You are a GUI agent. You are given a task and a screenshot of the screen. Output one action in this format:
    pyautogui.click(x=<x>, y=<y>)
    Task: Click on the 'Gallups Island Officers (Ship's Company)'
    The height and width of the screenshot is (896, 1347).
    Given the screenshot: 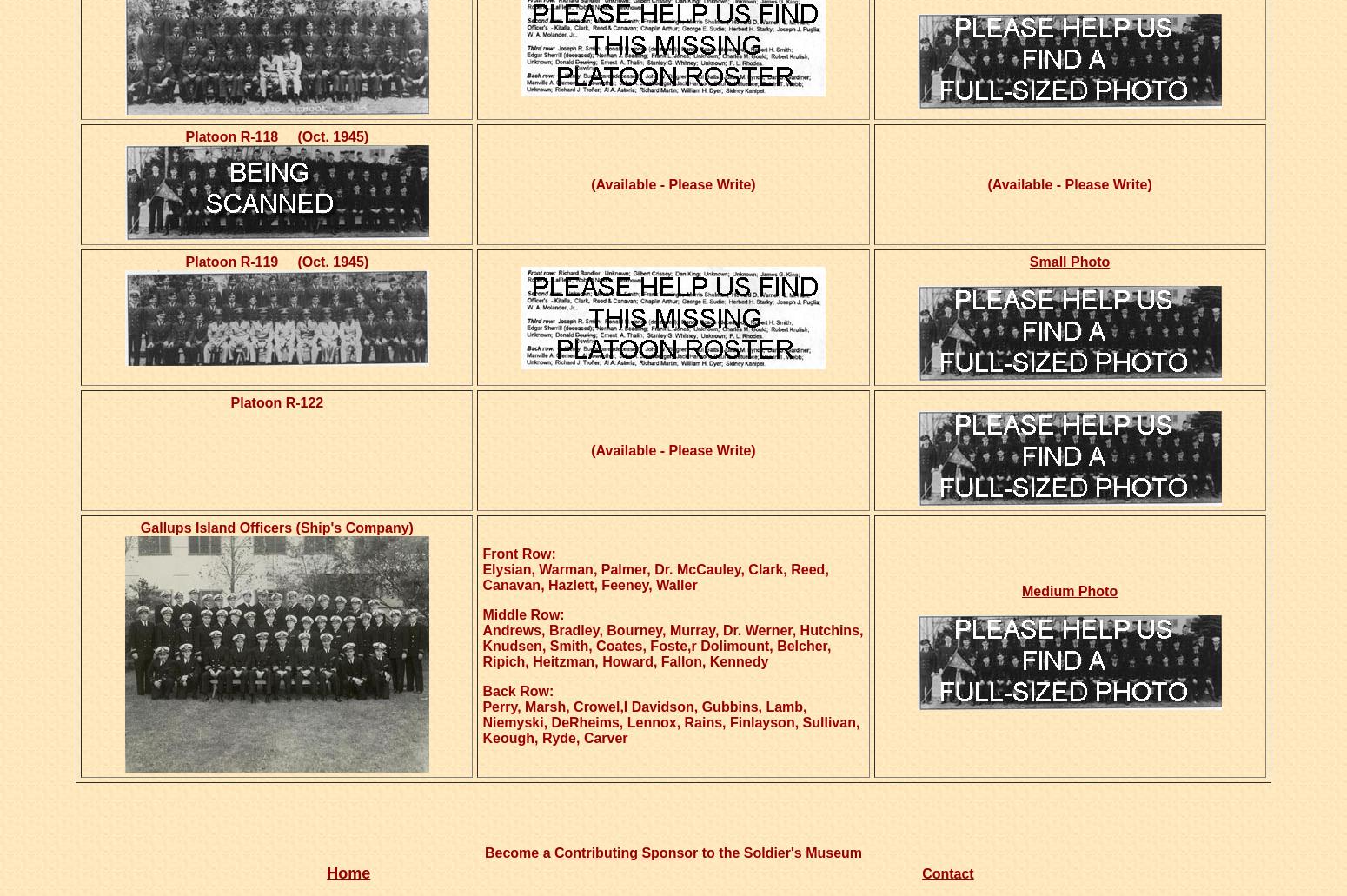 What is the action you would take?
    pyautogui.click(x=275, y=527)
    